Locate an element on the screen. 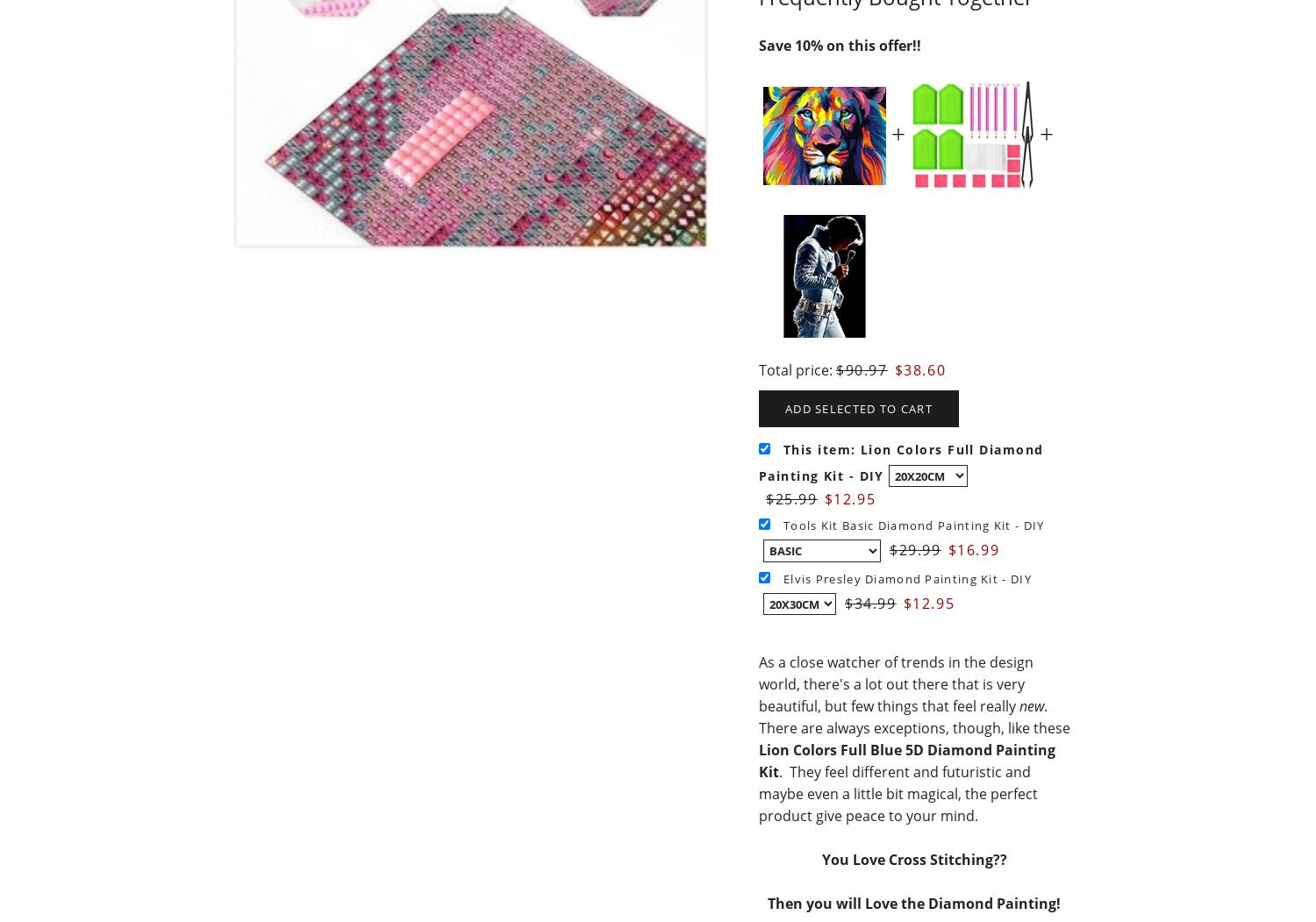 This screenshot has width=1316, height=922. 'Add selected to cart' is located at coordinates (857, 406).